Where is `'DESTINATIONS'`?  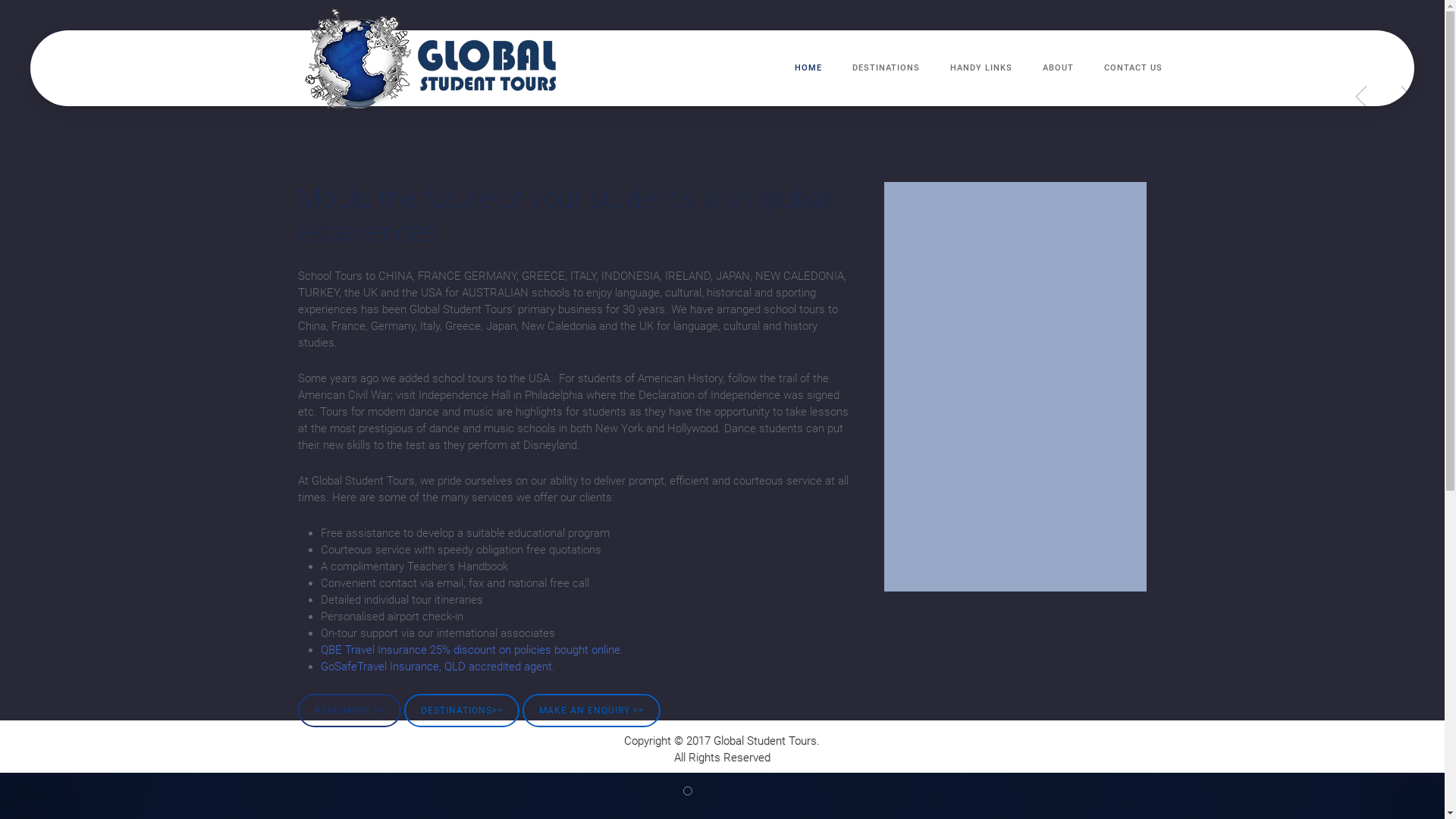
'DESTINATIONS' is located at coordinates (836, 67).